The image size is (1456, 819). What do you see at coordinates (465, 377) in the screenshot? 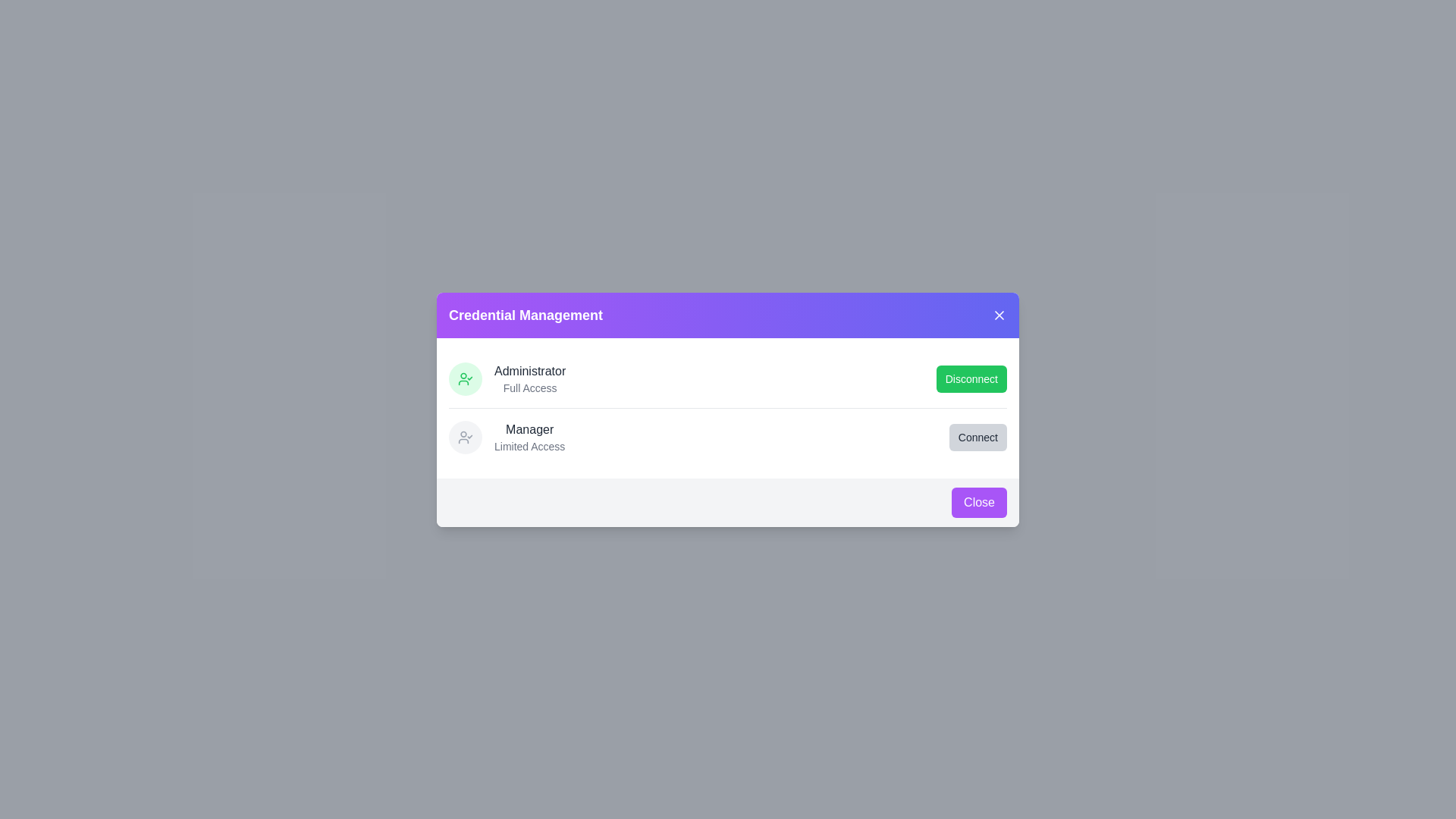
I see `the circular icon with a green outline and a green checkmark, located to the left of the 'Administrator' label` at bounding box center [465, 377].